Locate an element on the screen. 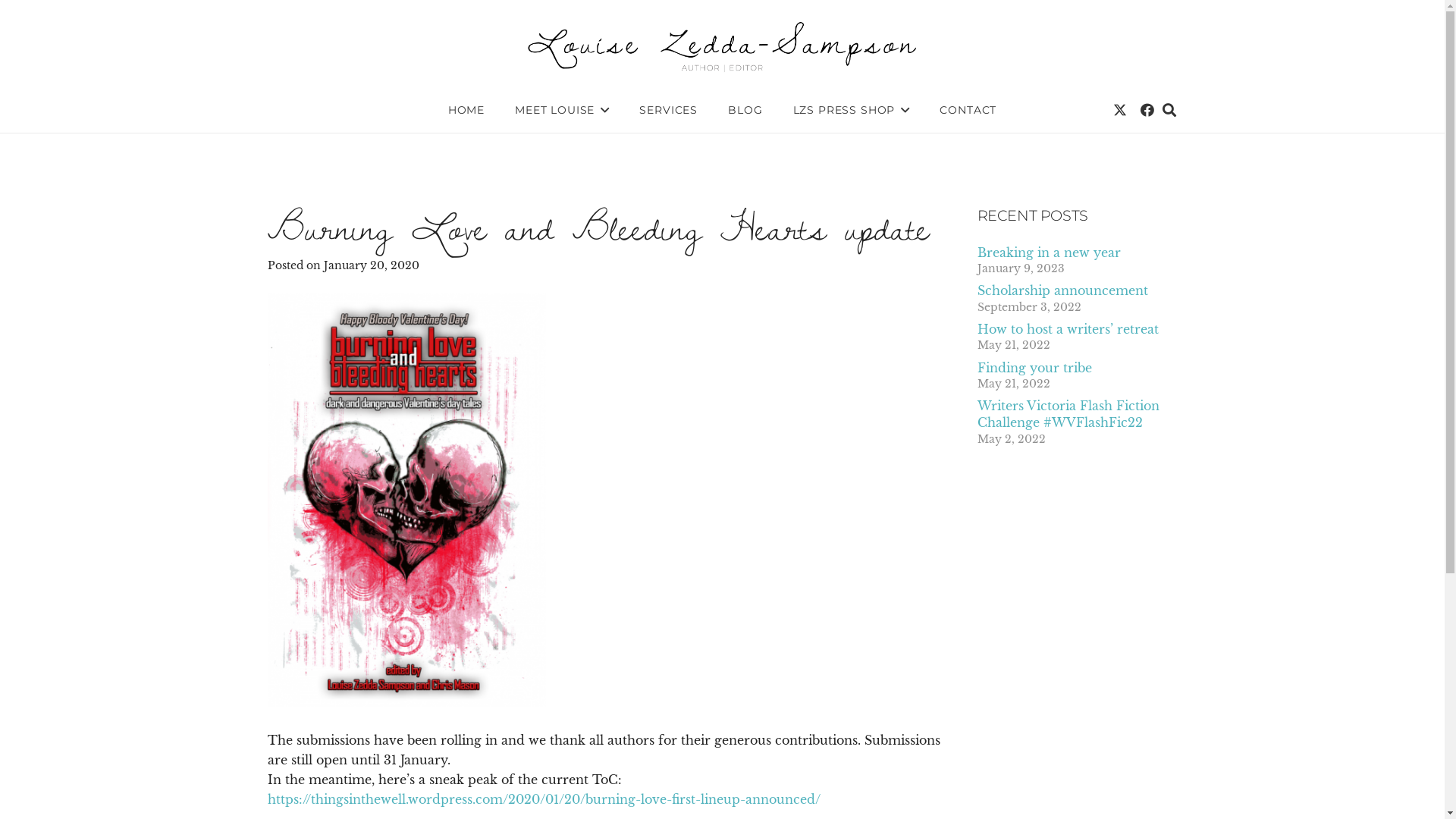  'Writers Victoria Flash Fiction Challenge #WVFlashFic22' is located at coordinates (1066, 414).